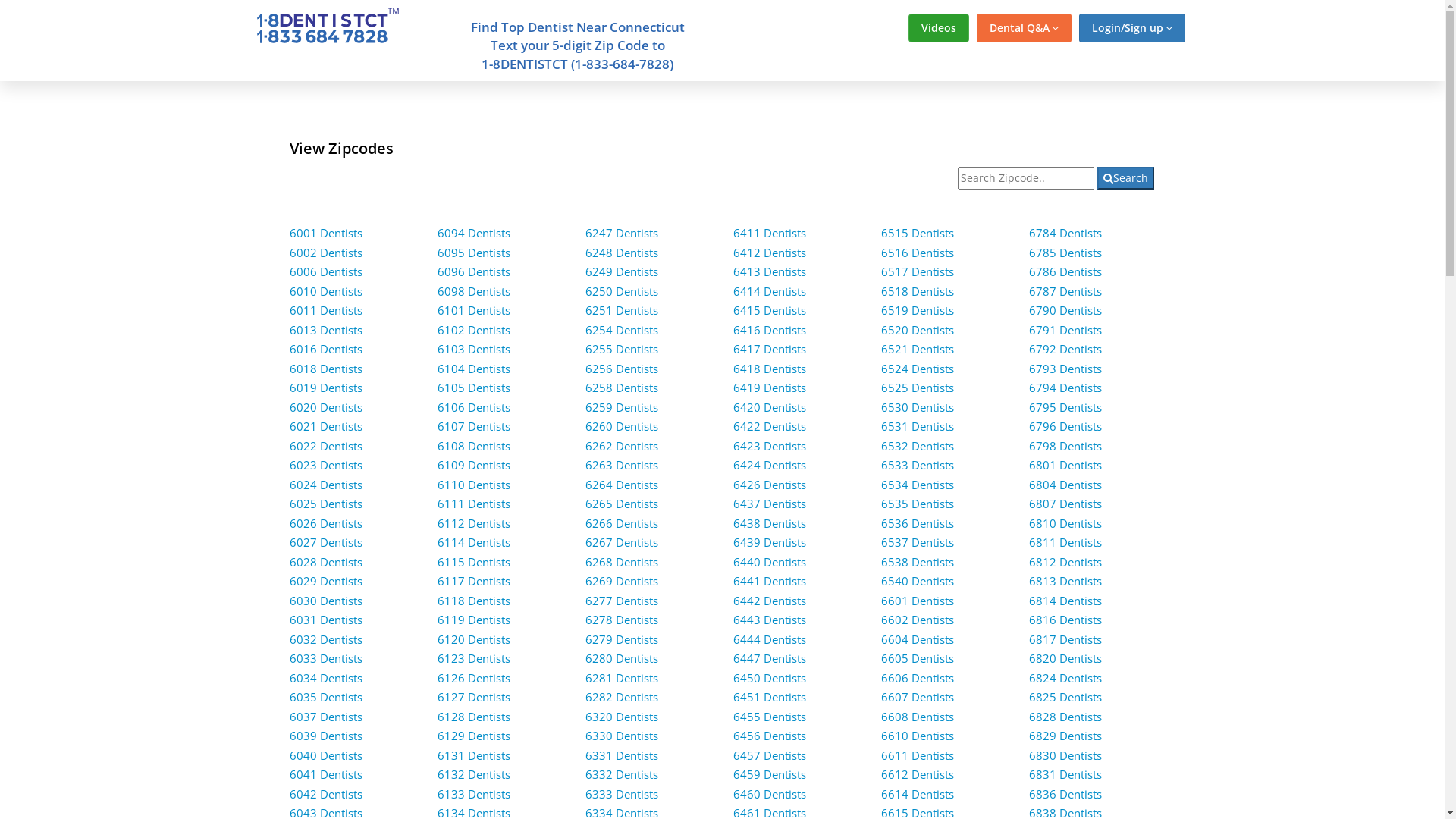 The height and width of the screenshot is (819, 1456). I want to click on '6117 Dentists', so click(472, 580).